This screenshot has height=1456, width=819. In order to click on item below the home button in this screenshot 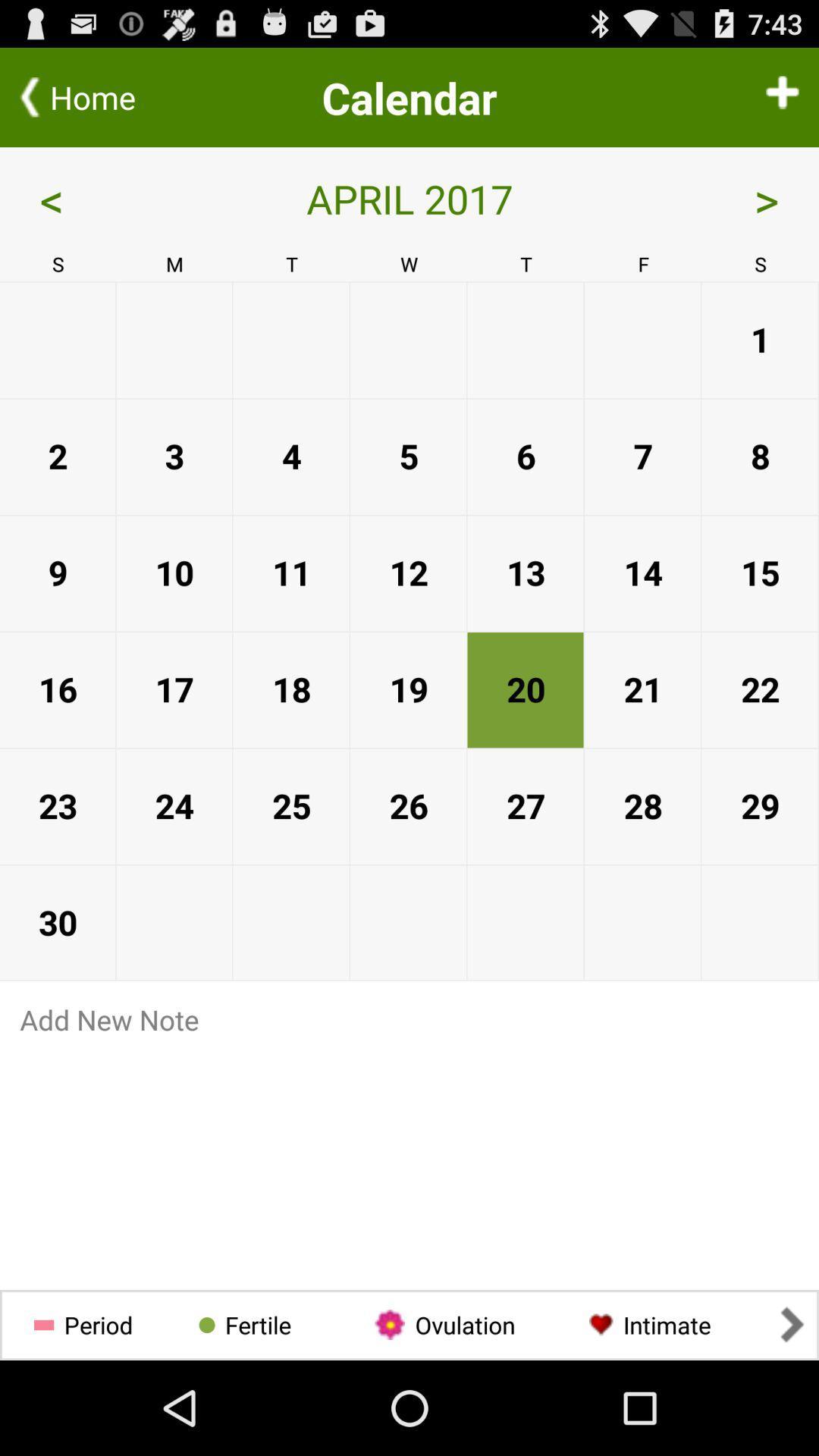, I will do `click(102, 198)`.